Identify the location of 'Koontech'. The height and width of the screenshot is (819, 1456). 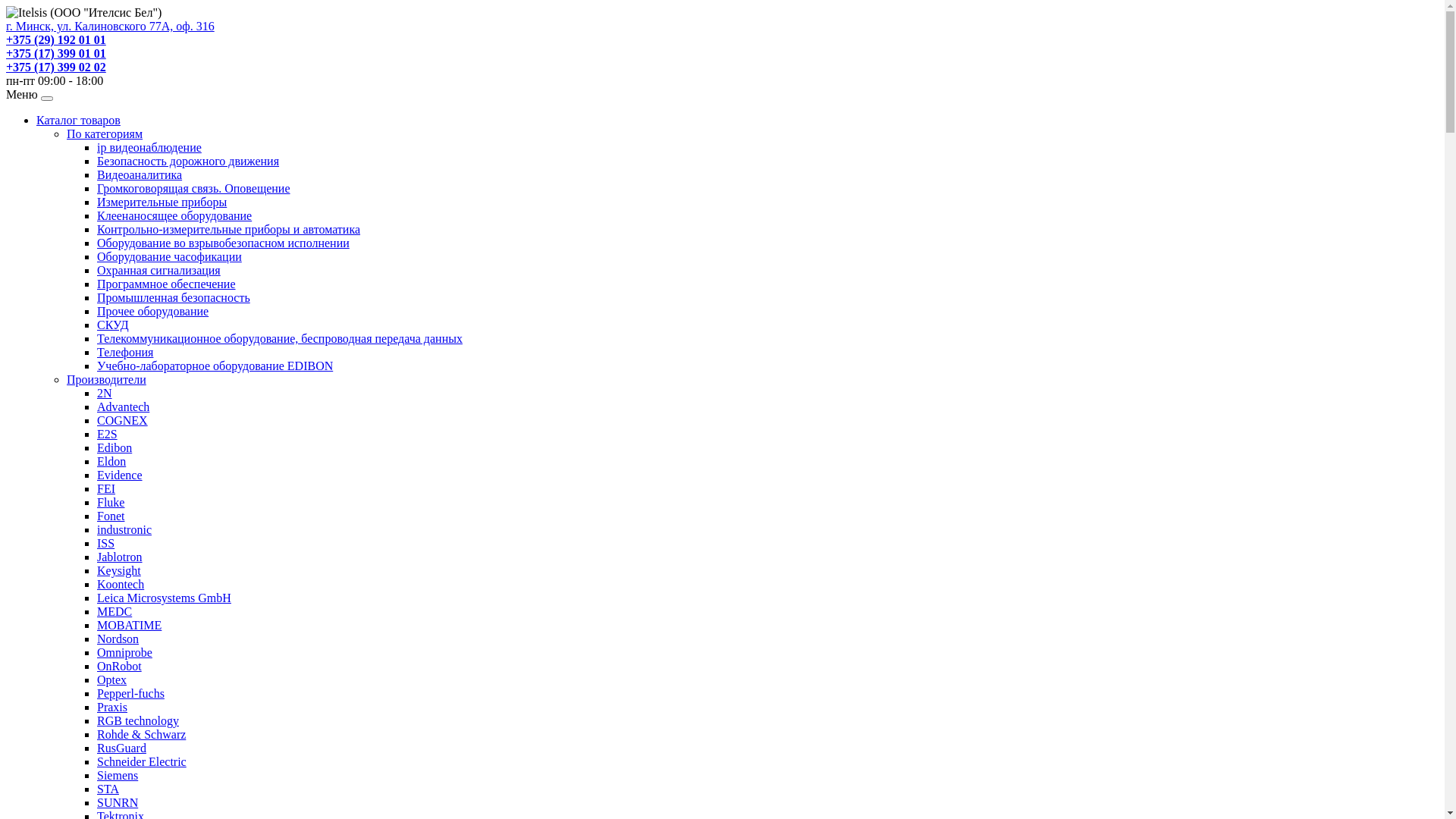
(119, 583).